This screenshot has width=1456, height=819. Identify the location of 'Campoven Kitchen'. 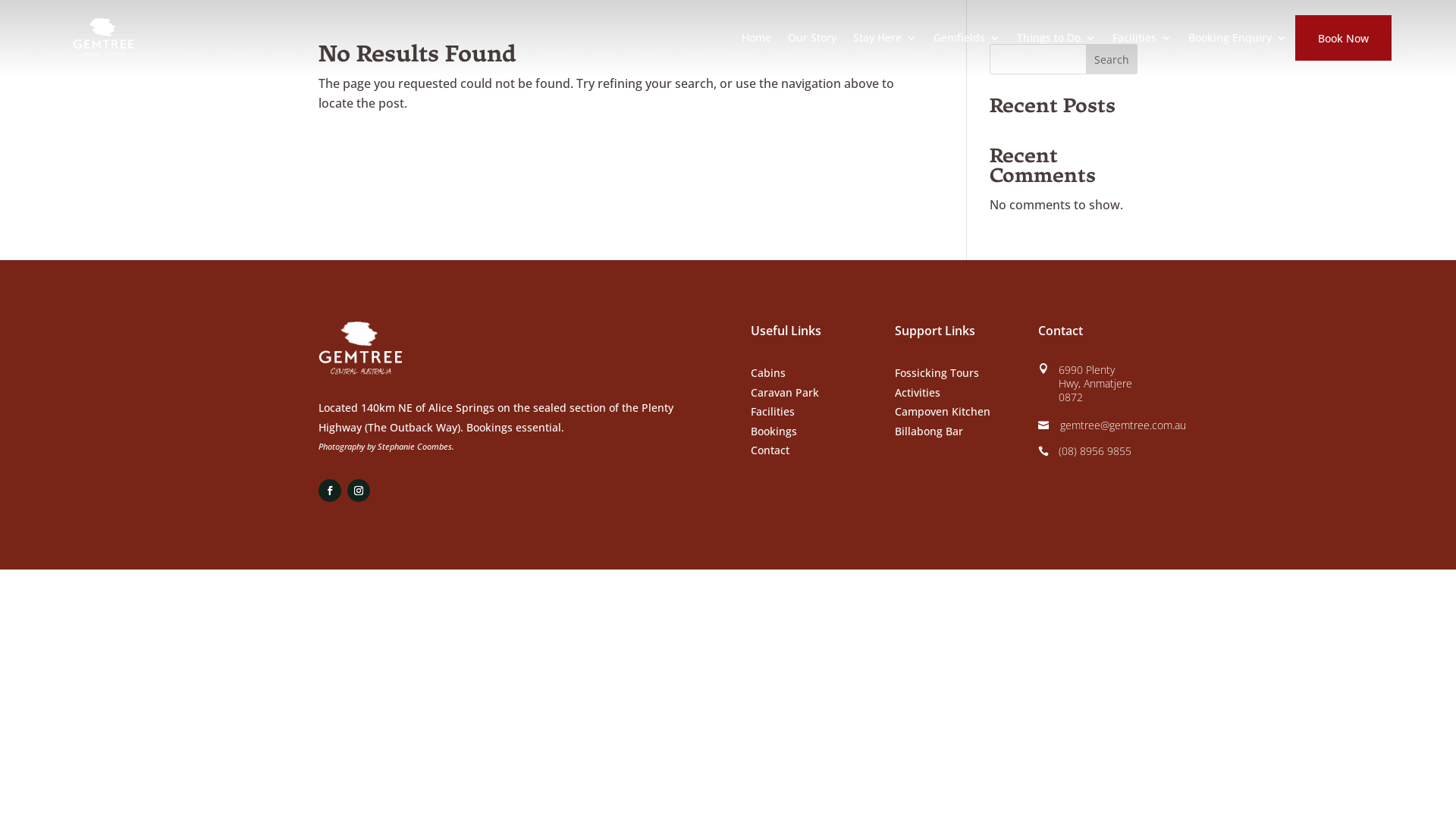
(895, 411).